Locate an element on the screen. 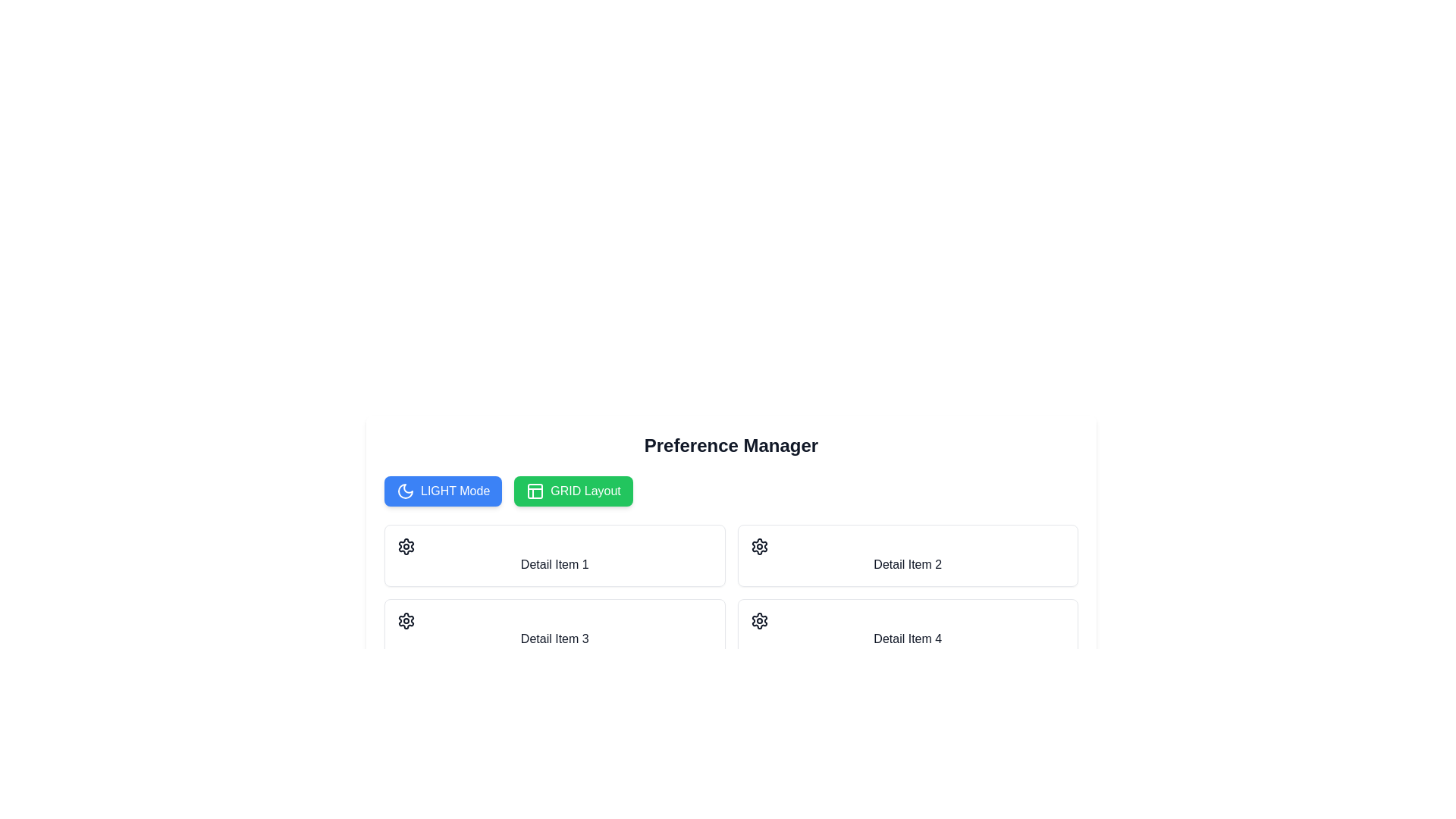  the settings icon, which is a cogwheel styled with a minimalist outline design in black, located in the top-left corner of the card labeled 'Detail Item 1' is located at coordinates (406, 547).